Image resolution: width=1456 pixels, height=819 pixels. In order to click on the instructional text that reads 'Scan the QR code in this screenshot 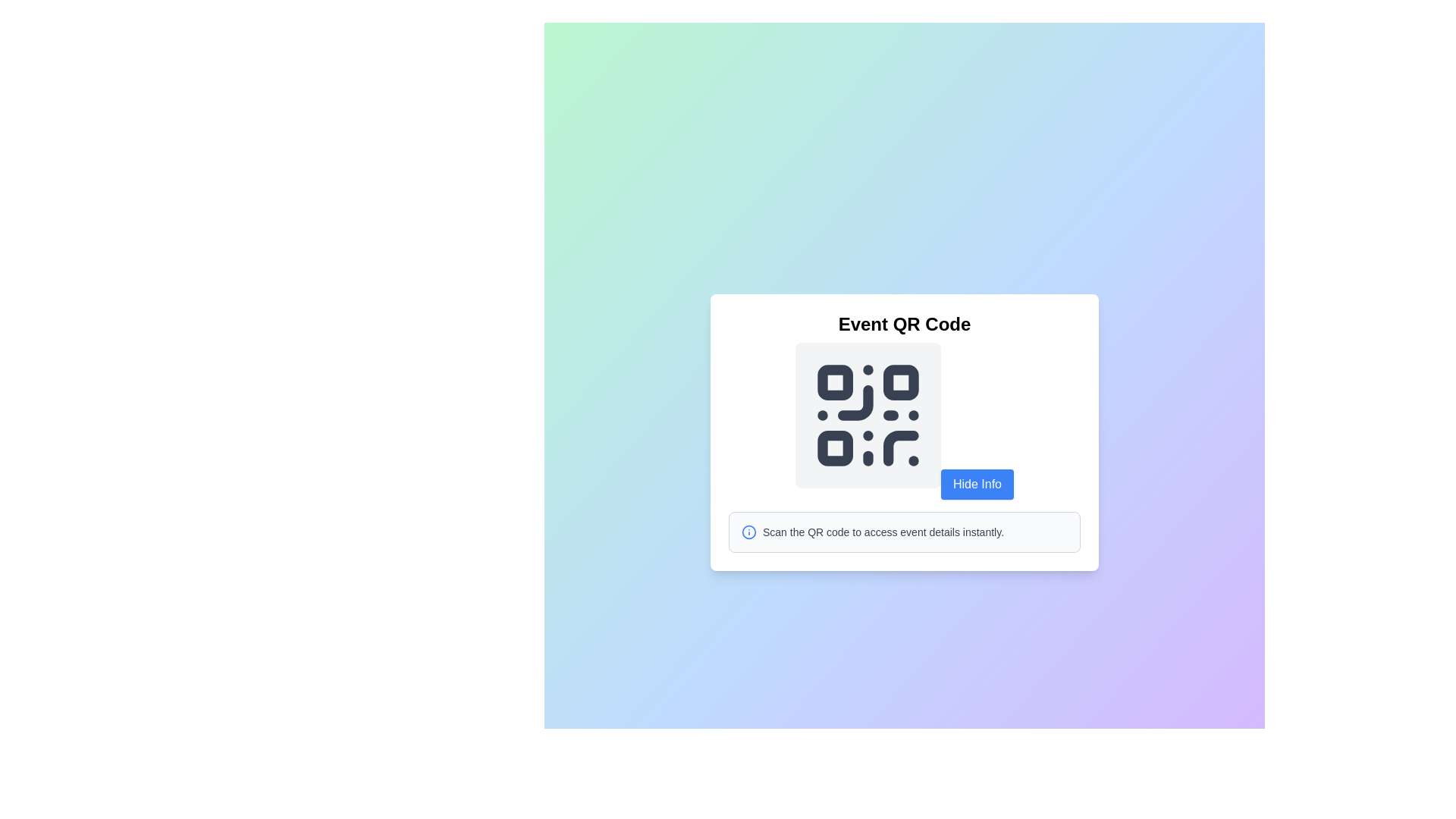, I will do `click(905, 531)`.